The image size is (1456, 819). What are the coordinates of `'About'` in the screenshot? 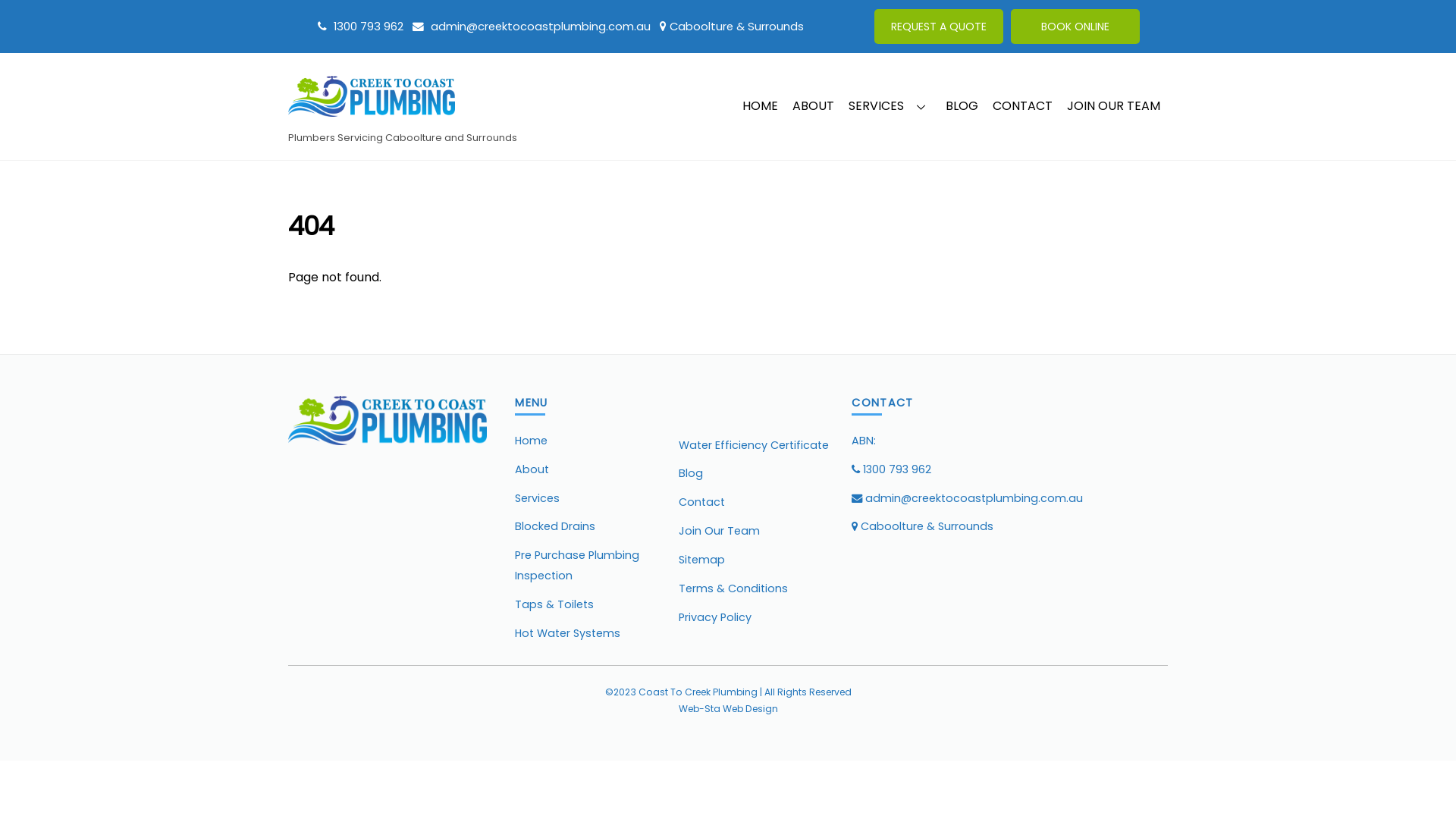 It's located at (532, 468).